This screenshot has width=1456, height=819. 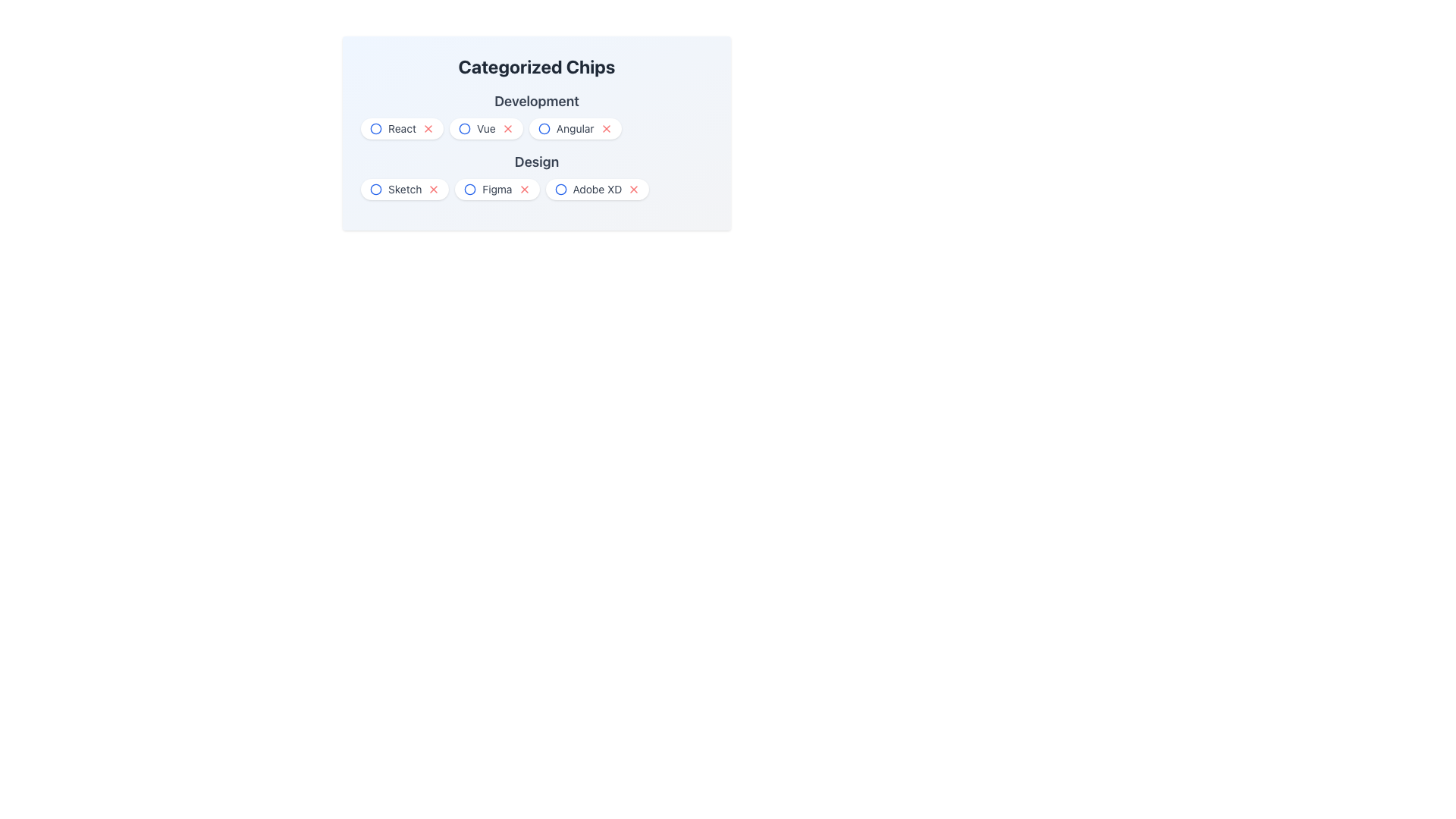 What do you see at coordinates (574, 127) in the screenshot?
I see `the 'Angular' selectable chip, which is the third pill-shaped button in the 'Development' category` at bounding box center [574, 127].